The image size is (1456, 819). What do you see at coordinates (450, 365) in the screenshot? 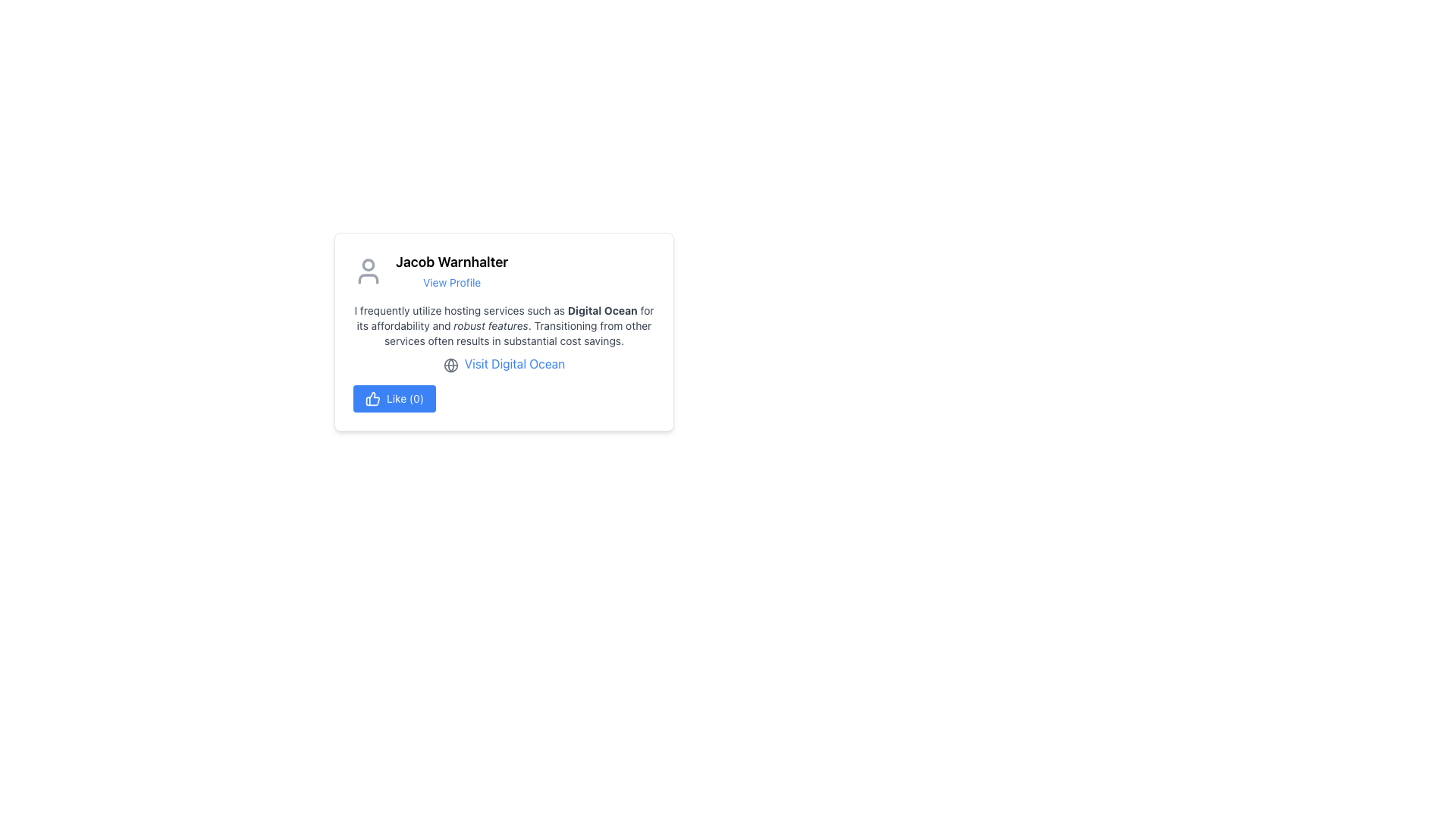
I see `the small globe icon with a circular outline and intersecting lines, which is positioned to the left of the text 'Visit Digital Ocean'` at bounding box center [450, 365].